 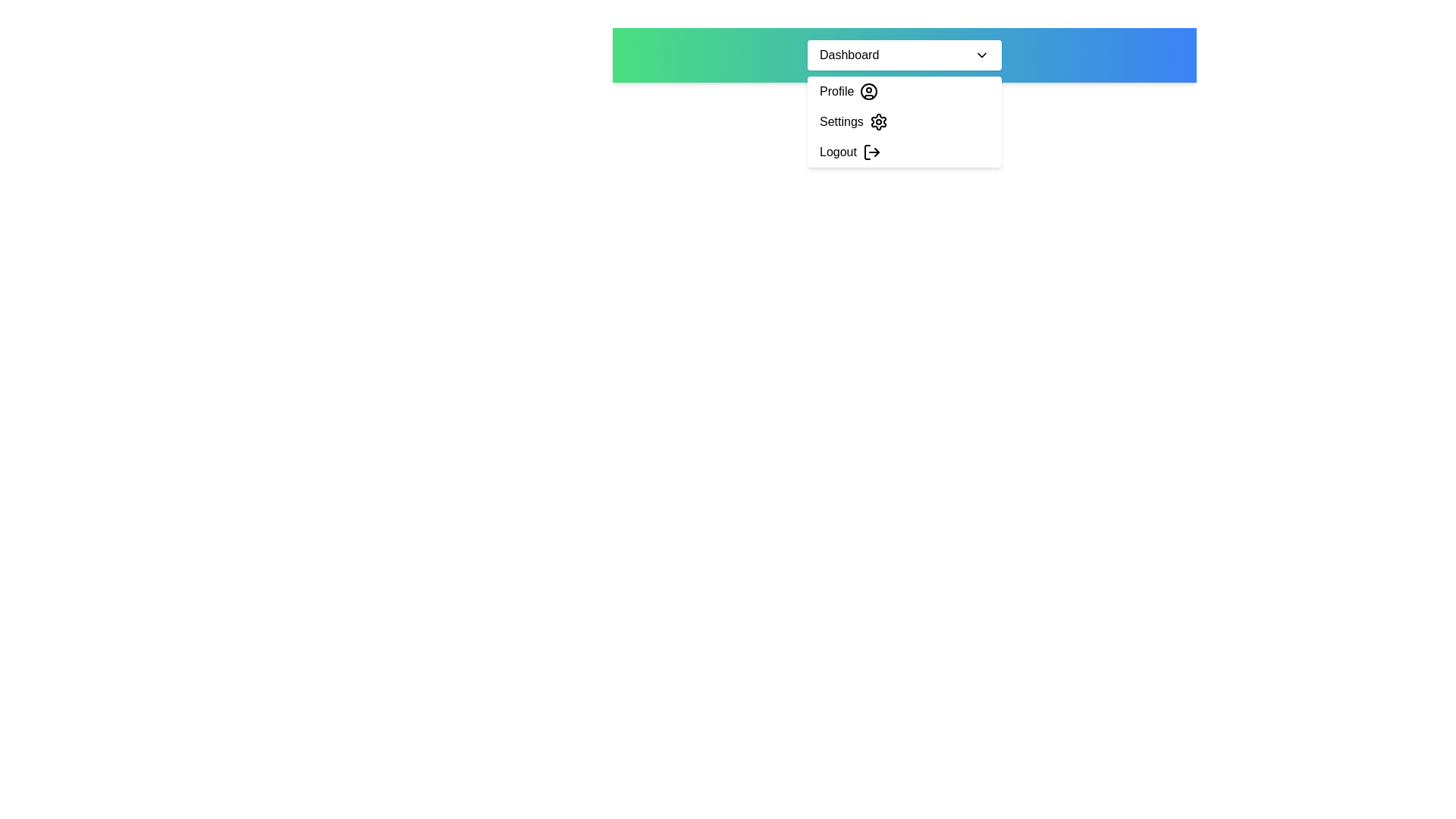 What do you see at coordinates (905, 152) in the screenshot?
I see `the 'Logout' option in the dropdown menu` at bounding box center [905, 152].